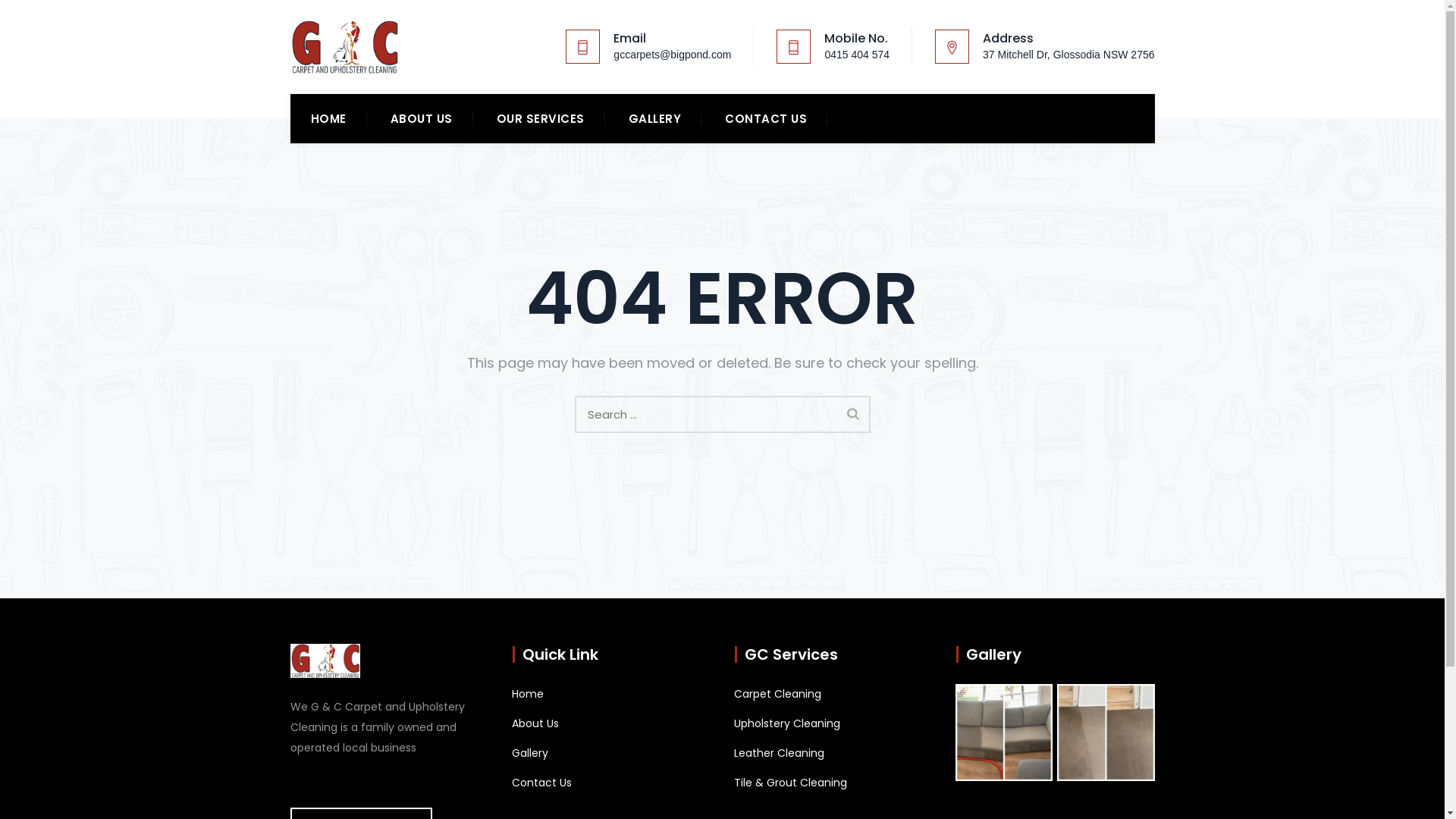 This screenshot has height=819, width=1456. What do you see at coordinates (512, 723) in the screenshot?
I see `'About Us'` at bounding box center [512, 723].